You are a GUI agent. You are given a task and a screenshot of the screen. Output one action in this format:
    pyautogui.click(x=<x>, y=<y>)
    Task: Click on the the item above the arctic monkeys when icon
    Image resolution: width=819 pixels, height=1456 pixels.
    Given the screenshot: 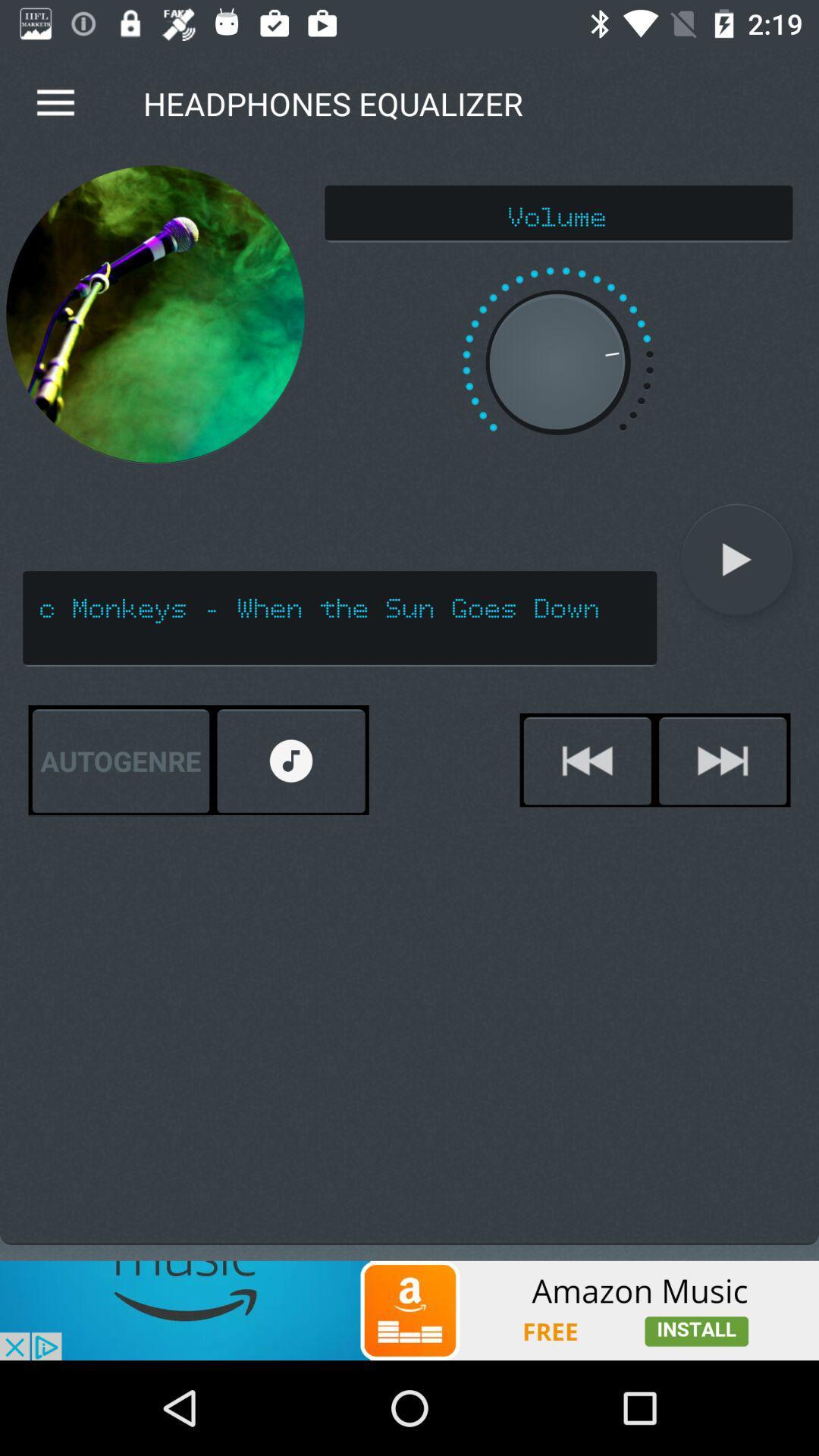 What is the action you would take?
    pyautogui.click(x=155, y=314)
    